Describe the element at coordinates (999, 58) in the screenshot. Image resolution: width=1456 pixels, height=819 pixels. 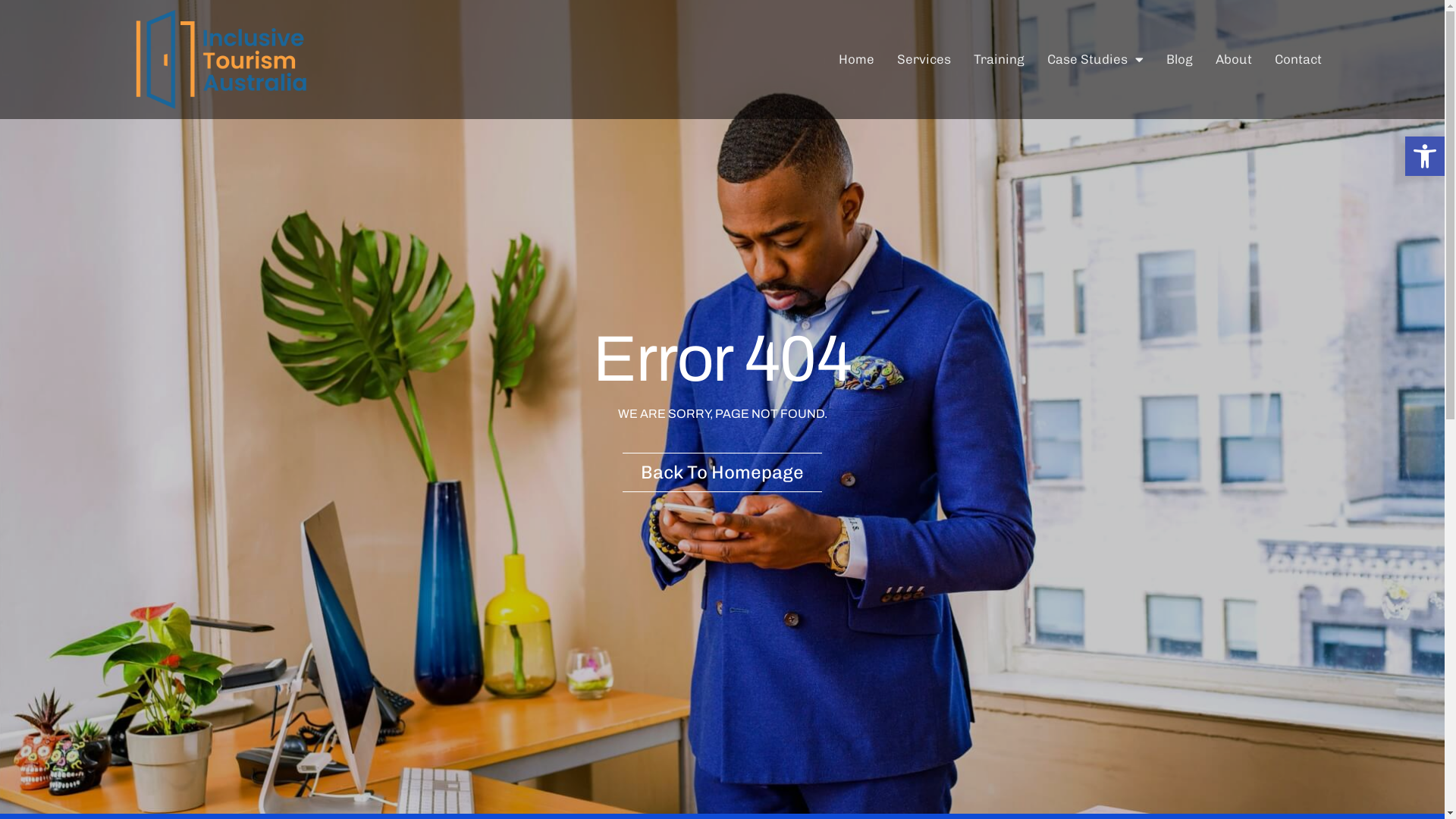
I see `'Training'` at that location.